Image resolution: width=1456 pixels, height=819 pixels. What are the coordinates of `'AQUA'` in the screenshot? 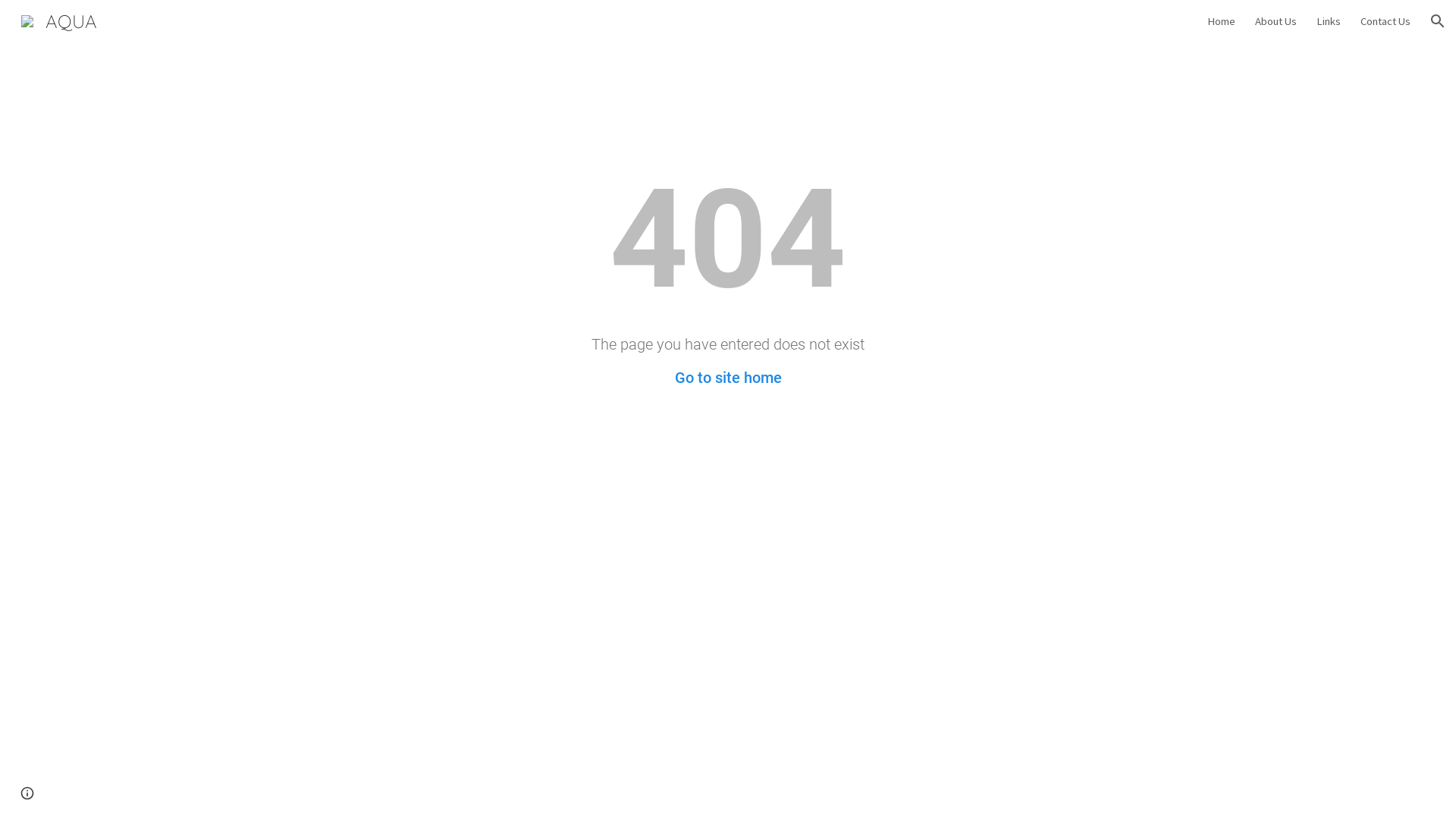 It's located at (58, 18).